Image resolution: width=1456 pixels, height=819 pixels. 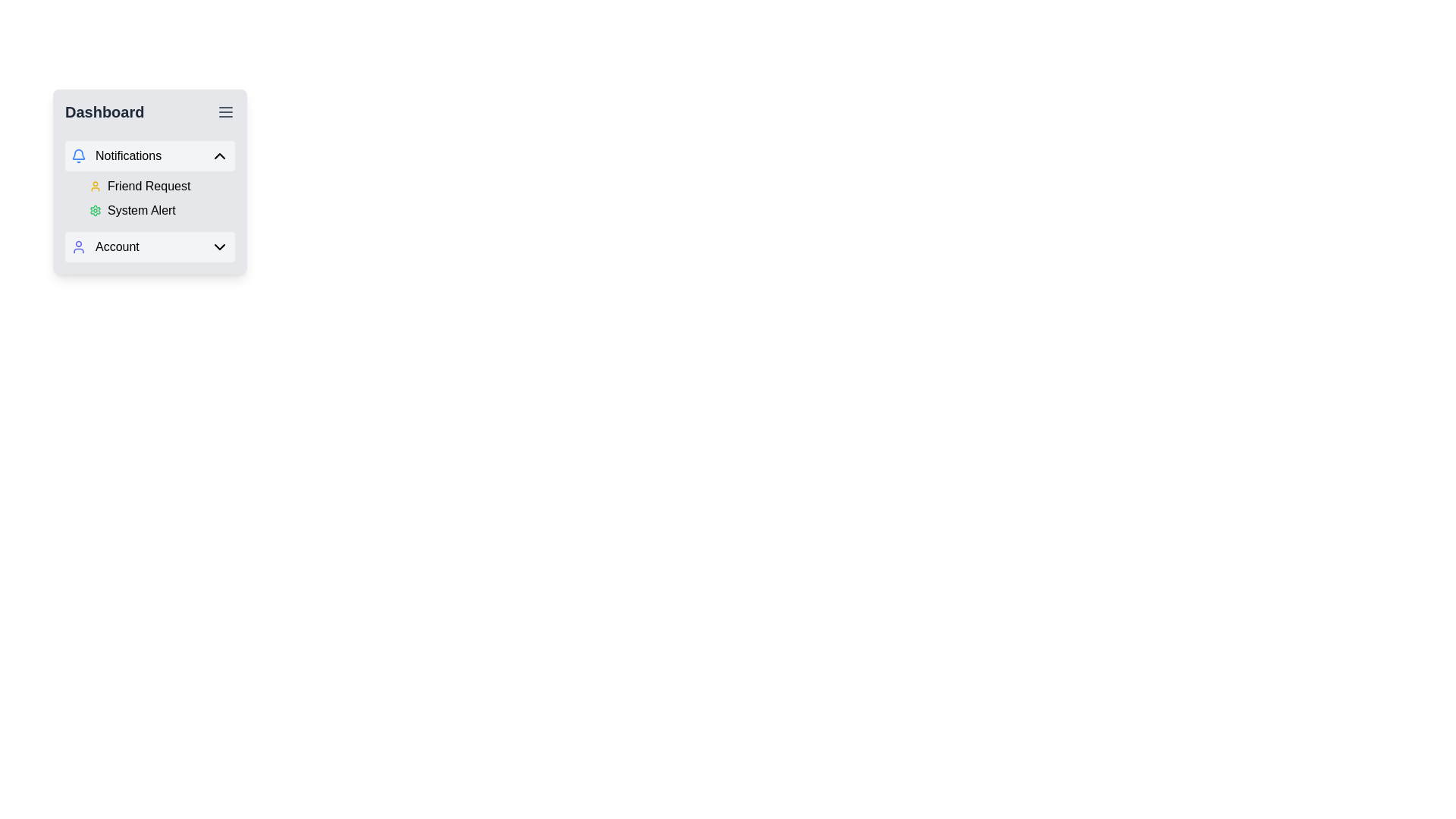 What do you see at coordinates (162, 186) in the screenshot?
I see `'Friend Request' label located in the Notifications section of the dashboard interface, which displays a yellow user icon next to the text` at bounding box center [162, 186].